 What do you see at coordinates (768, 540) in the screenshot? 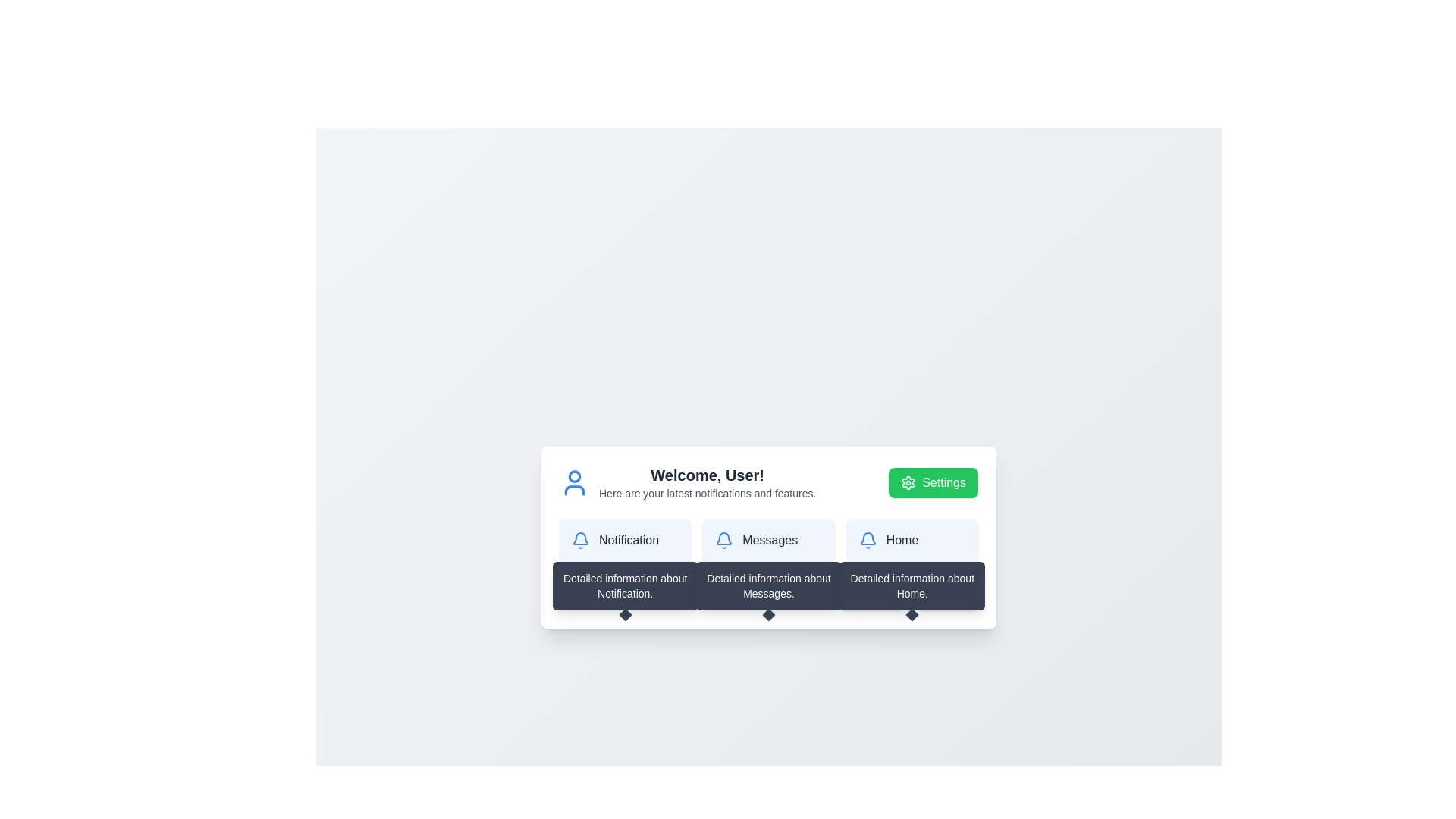
I see `the 'Messages' button, the second button in the light blue panel containing three buttons` at bounding box center [768, 540].